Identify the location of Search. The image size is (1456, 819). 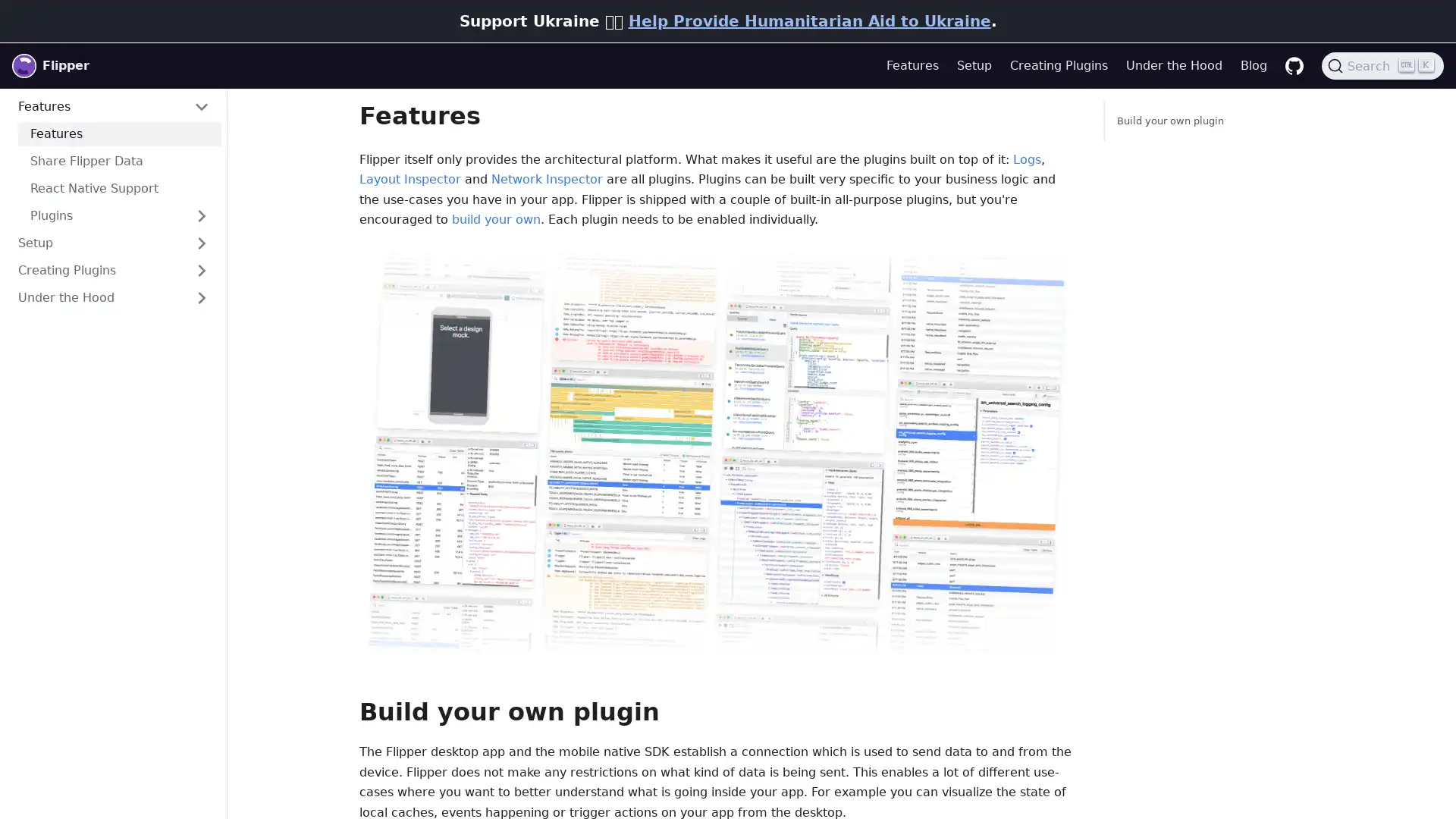
(1382, 65).